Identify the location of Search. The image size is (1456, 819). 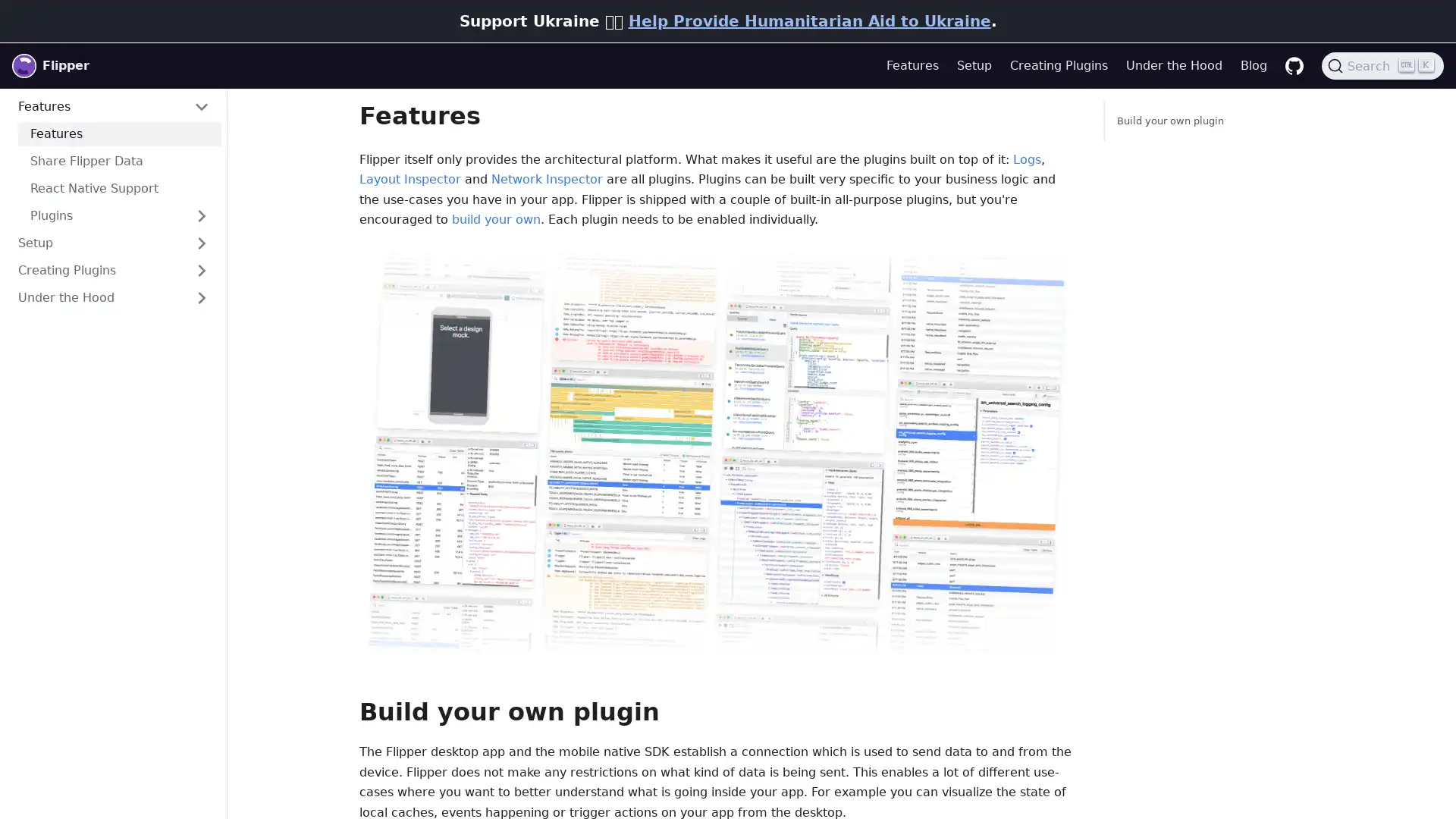
(1382, 65).